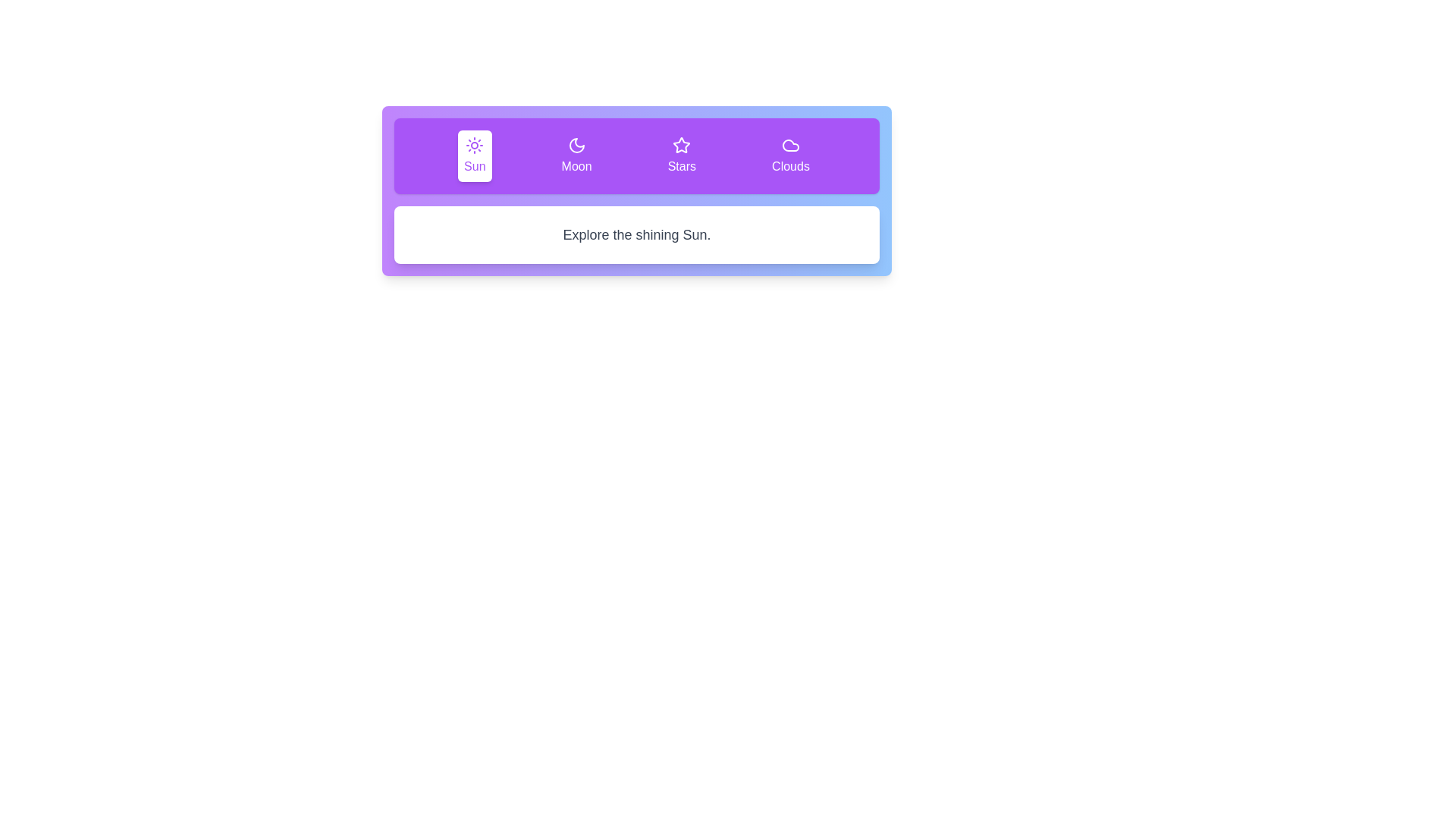  Describe the element at coordinates (789, 166) in the screenshot. I see `text label identifying the 'Clouds' section, which is centrally located in the navigation bar at the top of the interface` at that location.